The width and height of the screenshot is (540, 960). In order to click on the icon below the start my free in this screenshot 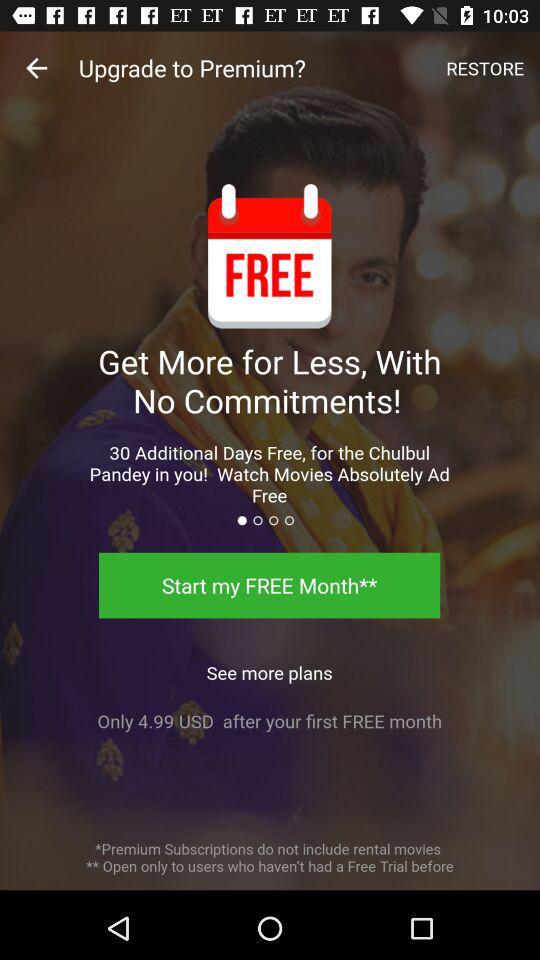, I will do `click(269, 667)`.